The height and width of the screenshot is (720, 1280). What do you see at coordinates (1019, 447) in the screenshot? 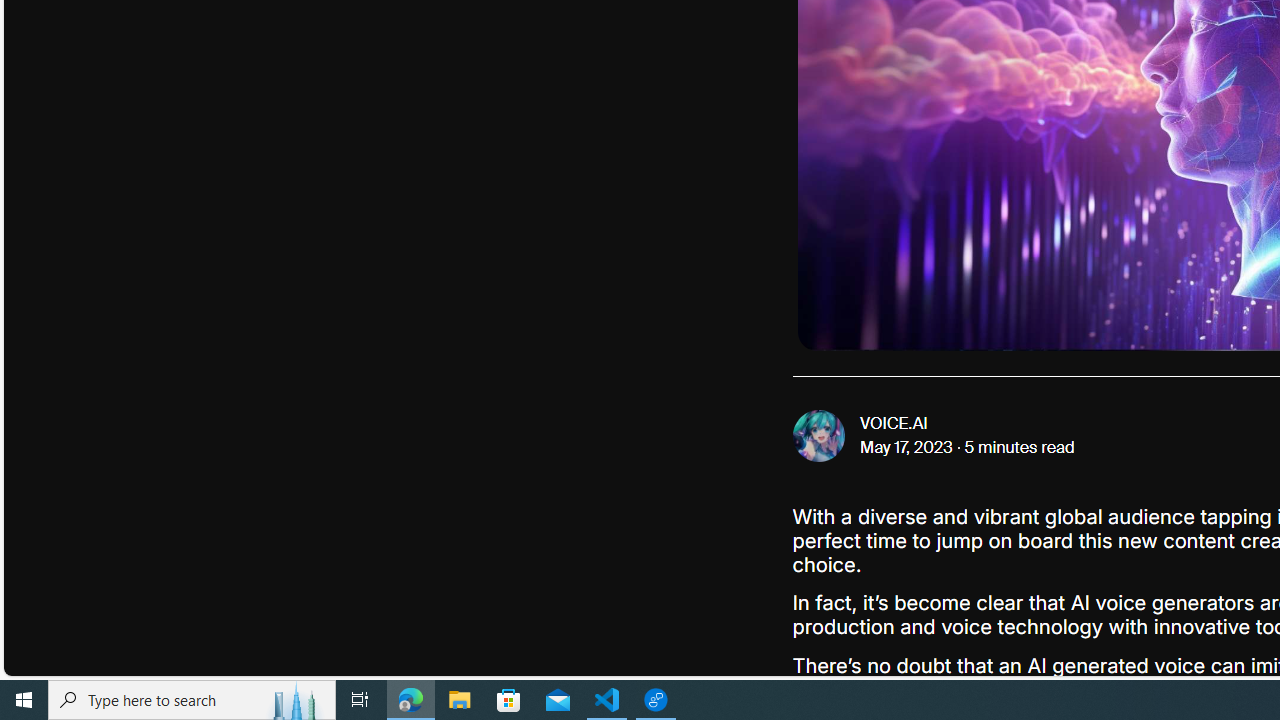
I see `'5 minutes read'` at bounding box center [1019, 447].